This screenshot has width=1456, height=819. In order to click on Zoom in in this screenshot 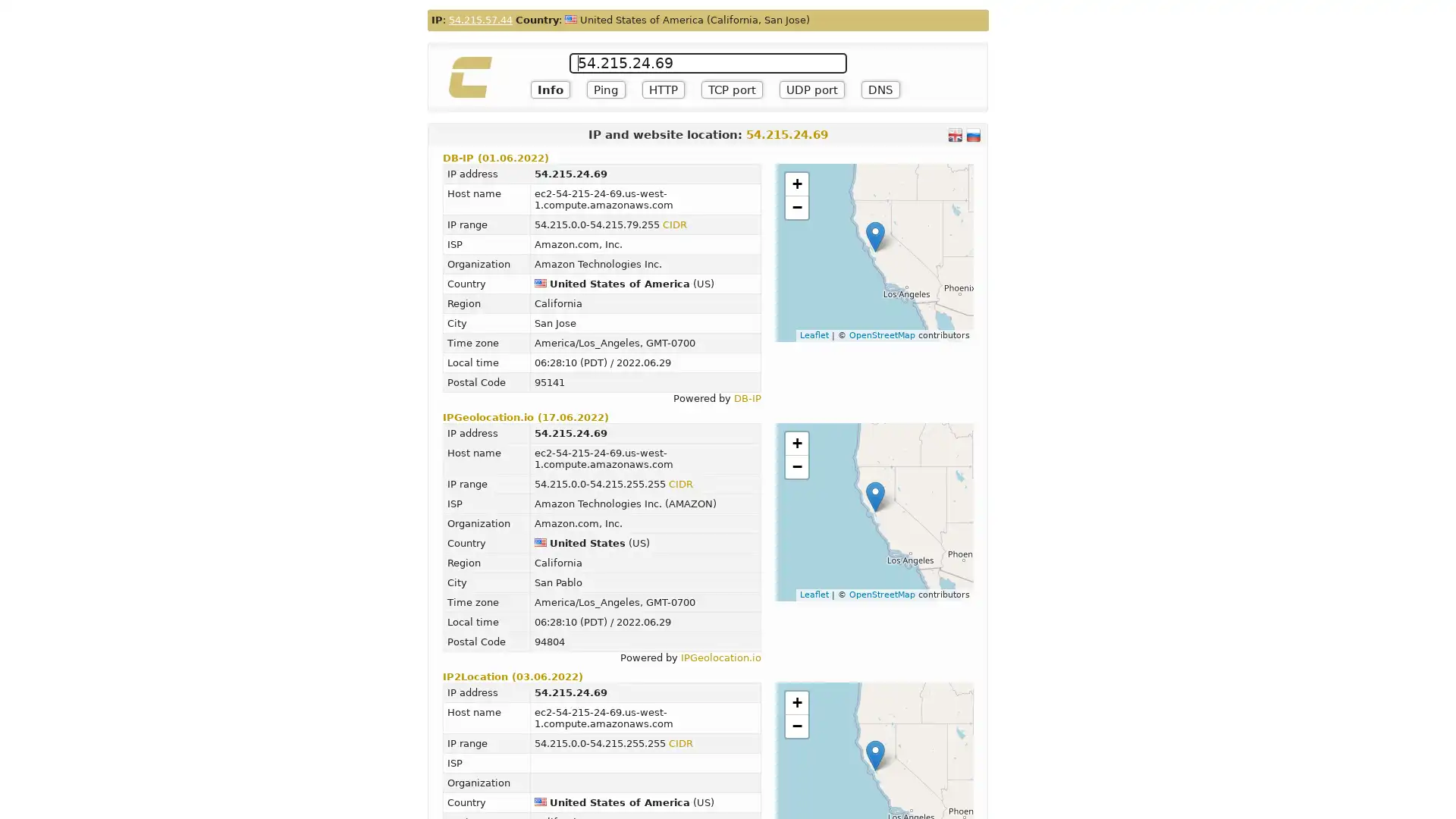, I will do `click(796, 184)`.